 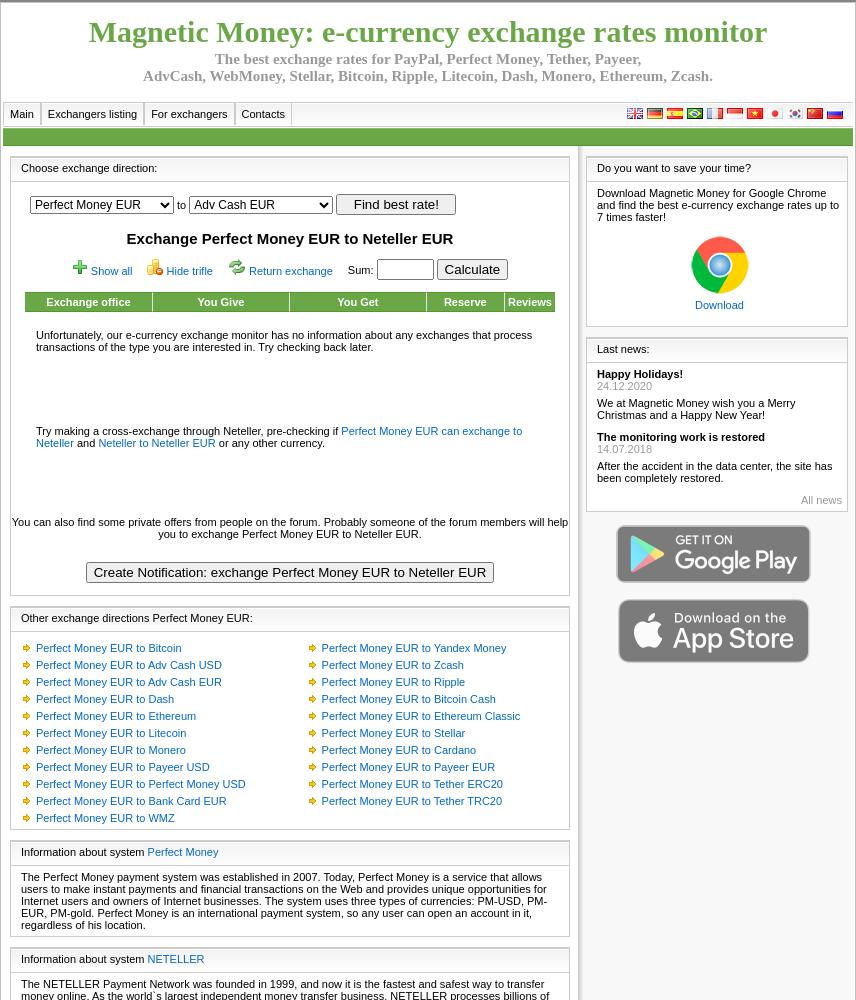 I want to click on 'NETELLER', so click(x=175, y=958).